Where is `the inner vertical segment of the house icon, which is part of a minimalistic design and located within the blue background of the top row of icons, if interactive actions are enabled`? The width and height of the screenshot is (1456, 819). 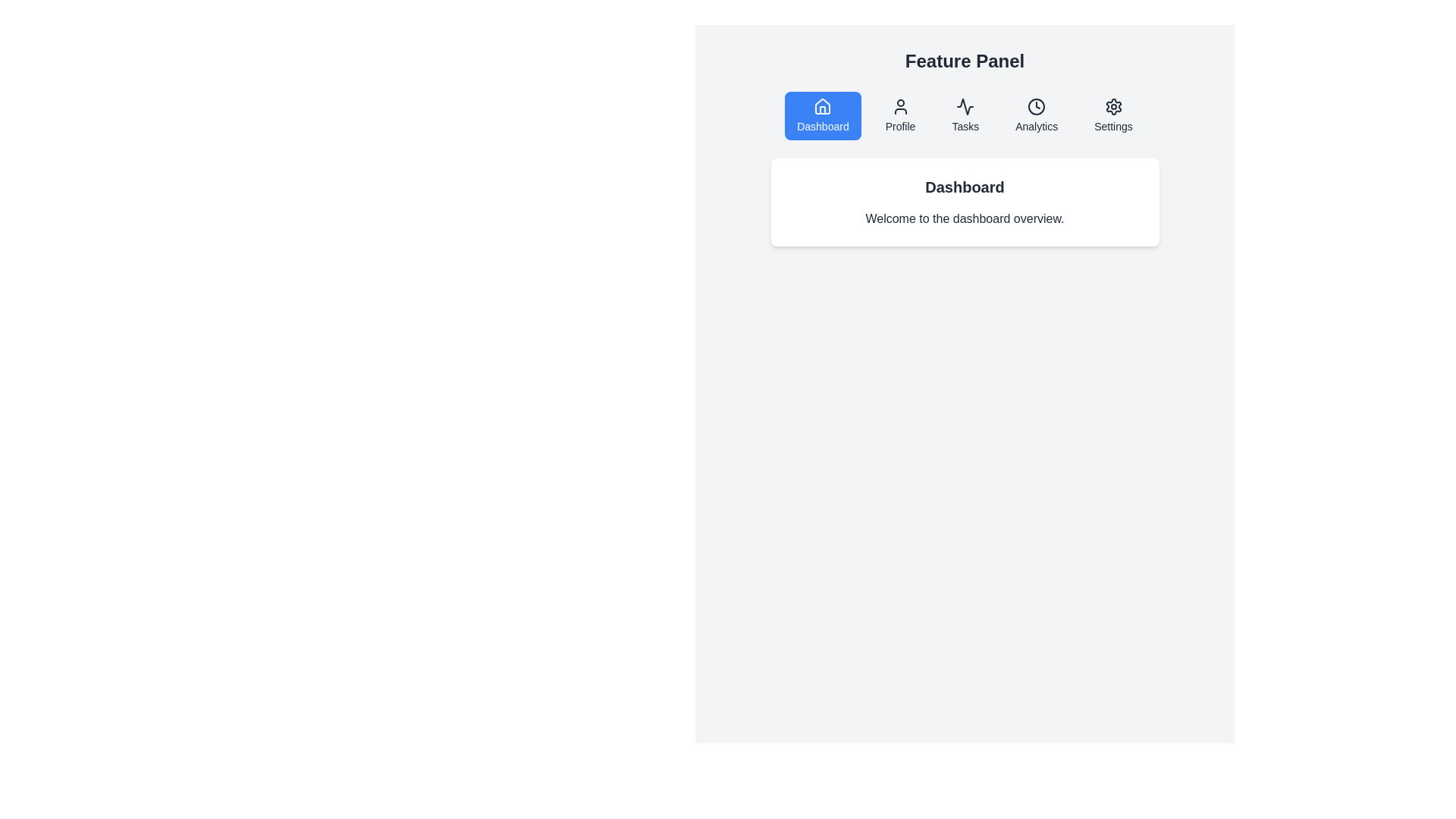 the inner vertical segment of the house icon, which is part of a minimalistic design and located within the blue background of the top row of icons, if interactive actions are enabled is located at coordinates (822, 109).